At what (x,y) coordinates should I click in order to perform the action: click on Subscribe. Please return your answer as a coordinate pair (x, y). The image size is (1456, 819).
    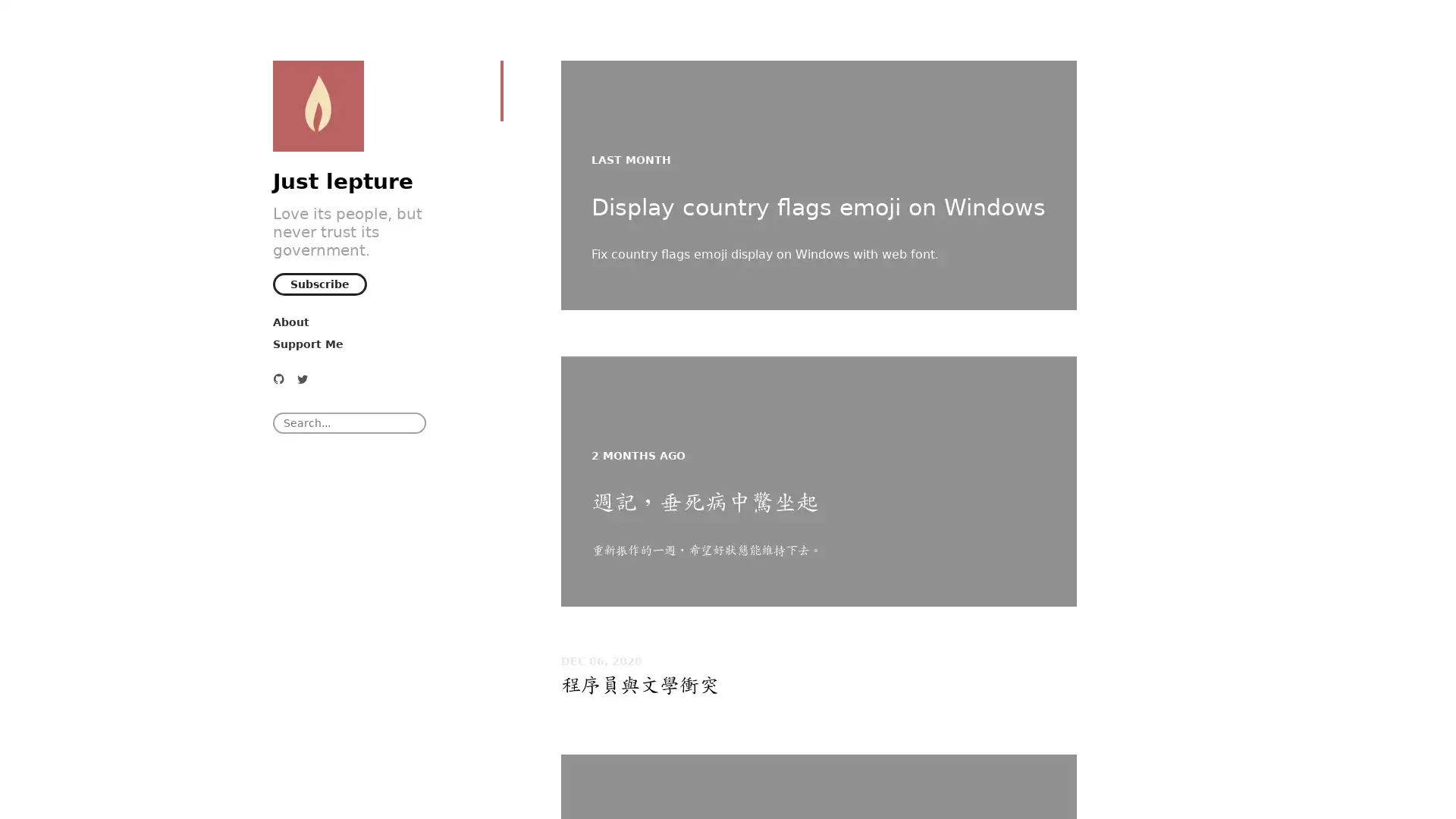
    Looking at the image, I should click on (319, 284).